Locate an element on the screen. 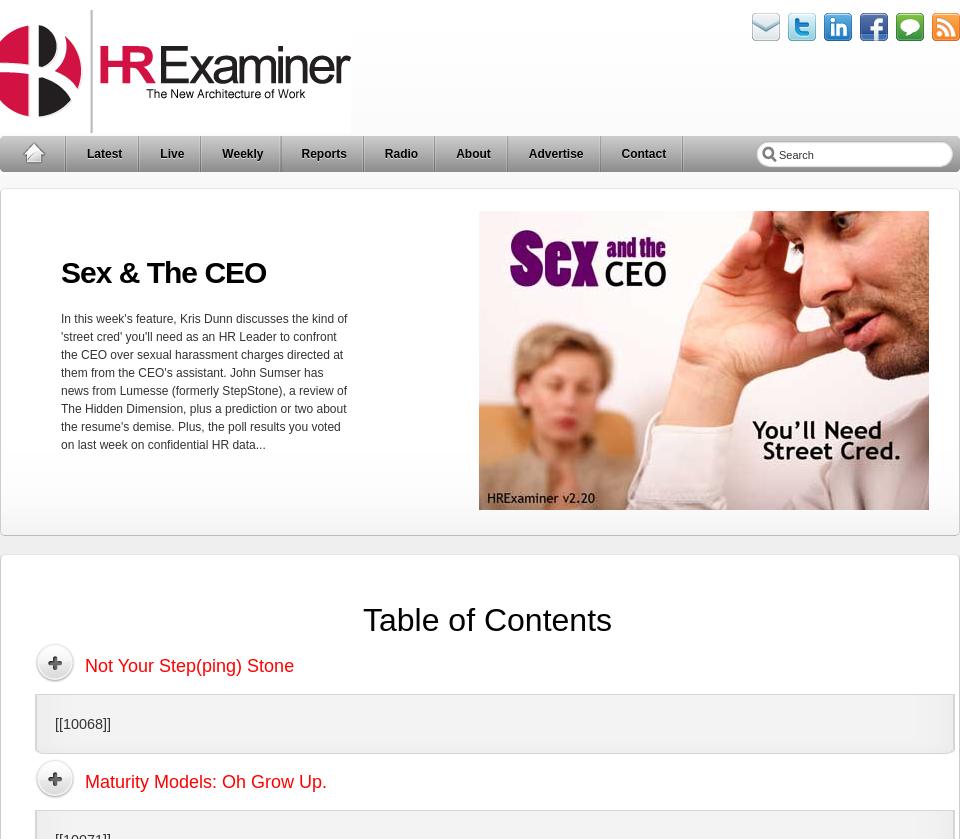 This screenshot has width=960, height=839. 'Weekly' is located at coordinates (241, 154).